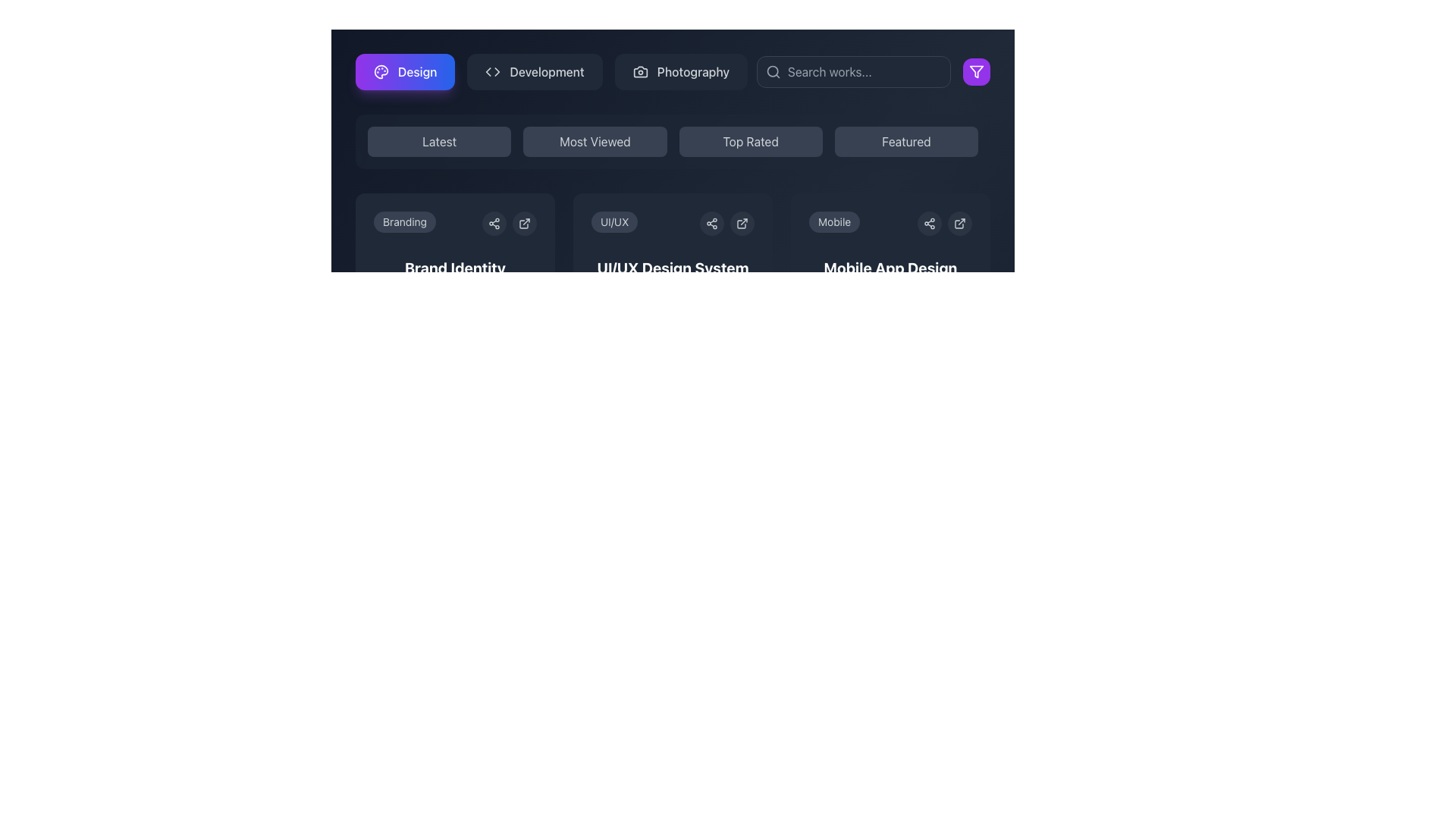  I want to click on the navigation button located between the 'Design' button on the left and the 'Photography' button on the right, so click(551, 72).